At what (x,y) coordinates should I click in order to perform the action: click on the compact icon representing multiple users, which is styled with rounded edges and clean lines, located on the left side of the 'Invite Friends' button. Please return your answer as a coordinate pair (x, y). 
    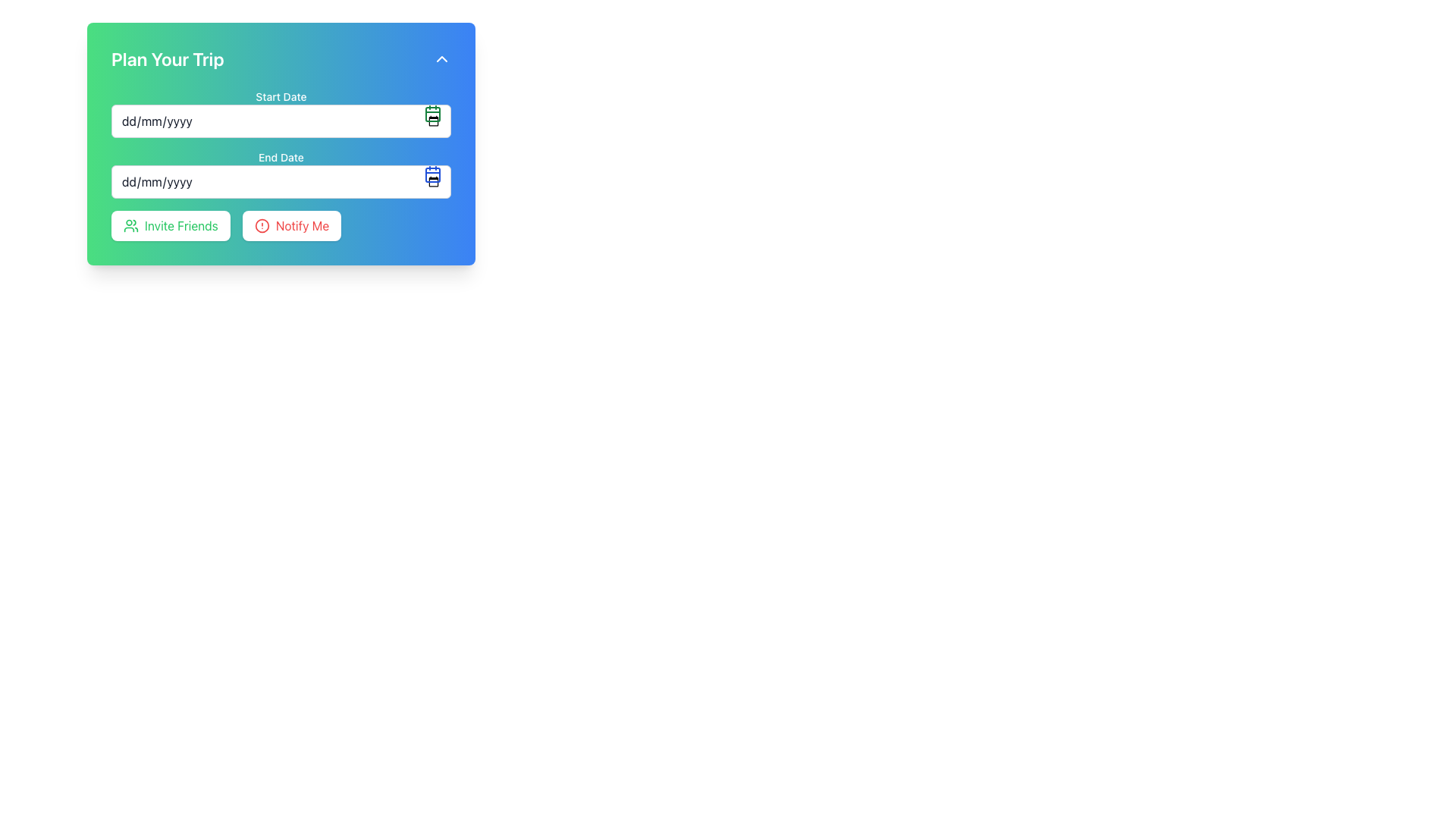
    Looking at the image, I should click on (130, 225).